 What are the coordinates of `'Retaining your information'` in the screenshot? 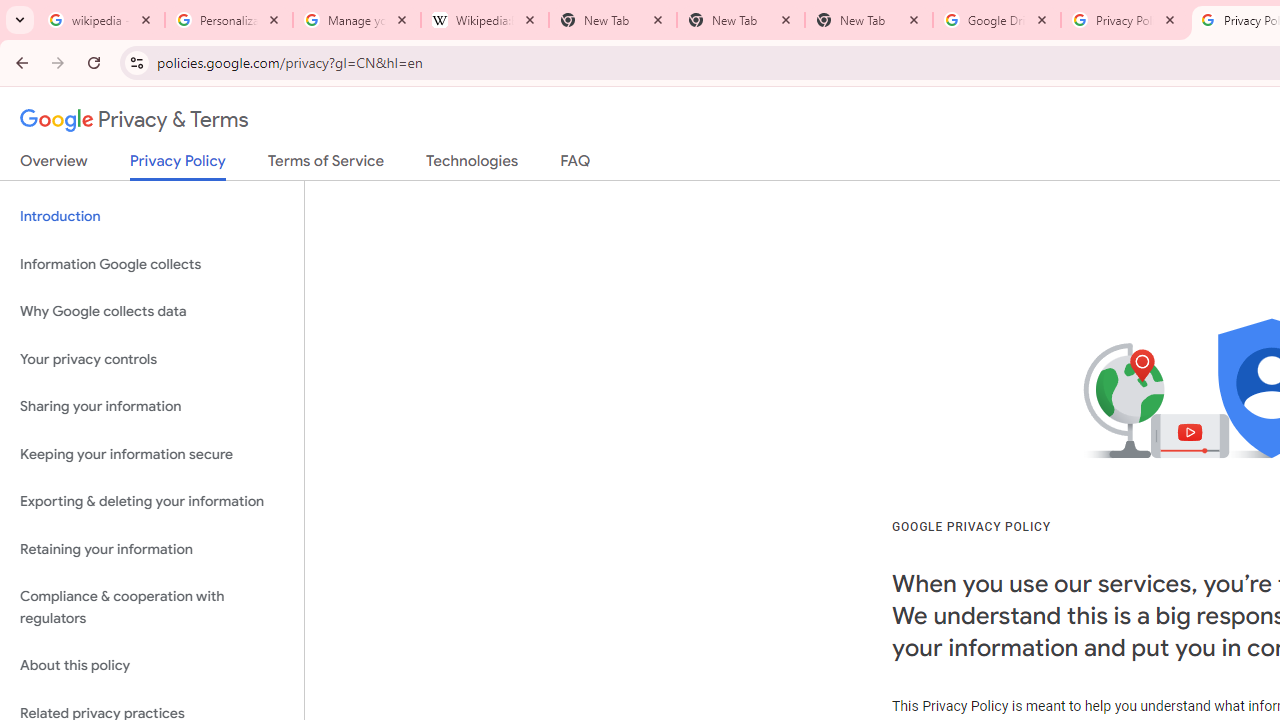 It's located at (151, 549).